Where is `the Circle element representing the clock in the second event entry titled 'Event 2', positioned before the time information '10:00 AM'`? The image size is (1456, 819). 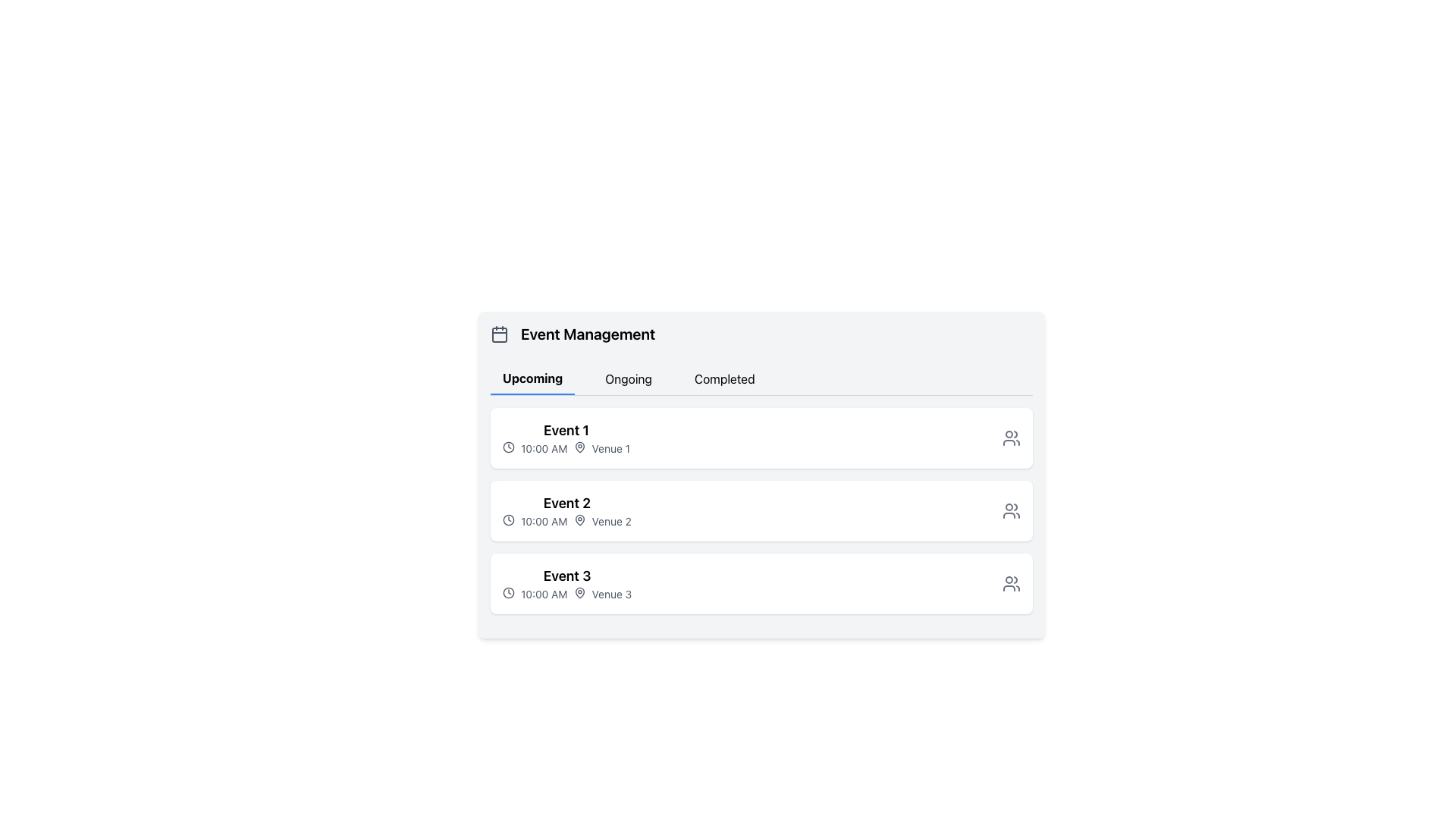
the Circle element representing the clock in the second event entry titled 'Event 2', positioned before the time information '10:00 AM' is located at coordinates (509, 519).